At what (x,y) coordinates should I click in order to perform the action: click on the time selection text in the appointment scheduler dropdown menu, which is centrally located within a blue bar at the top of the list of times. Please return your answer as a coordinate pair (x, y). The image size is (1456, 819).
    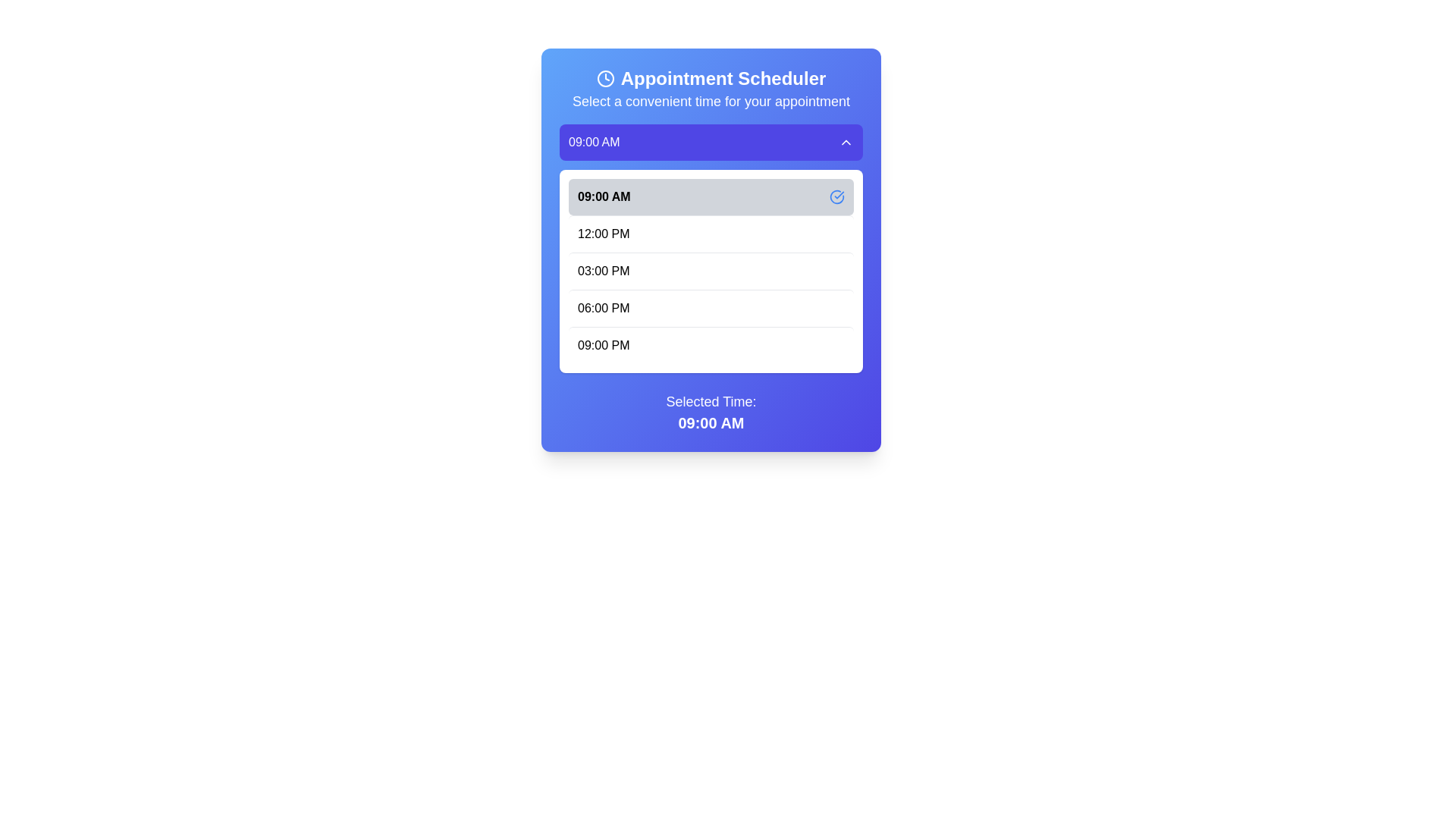
    Looking at the image, I should click on (593, 143).